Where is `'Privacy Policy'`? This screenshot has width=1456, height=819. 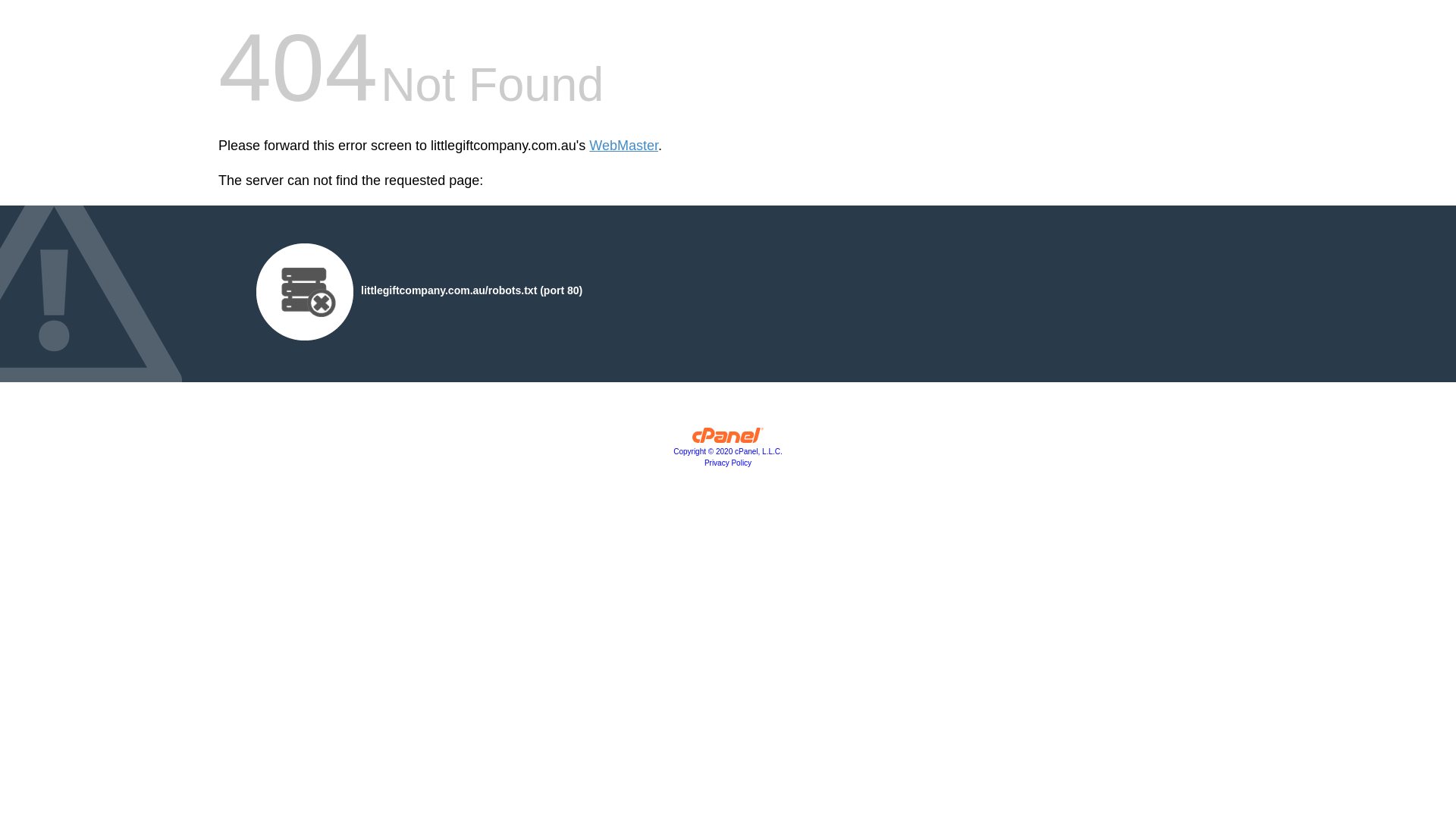 'Privacy Policy' is located at coordinates (728, 462).